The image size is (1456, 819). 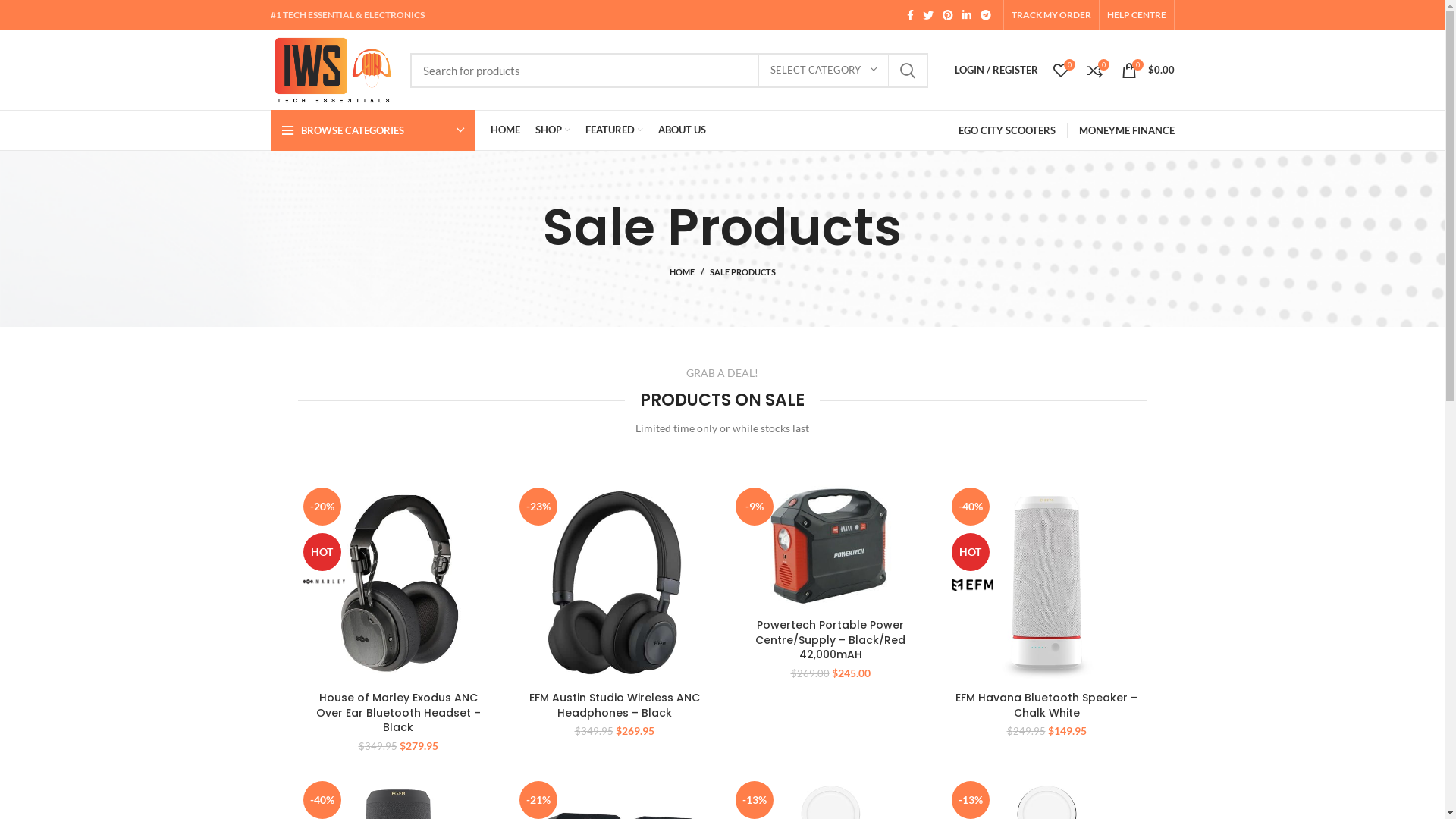 I want to click on 'HELP CENTRE', so click(x=1106, y=14).